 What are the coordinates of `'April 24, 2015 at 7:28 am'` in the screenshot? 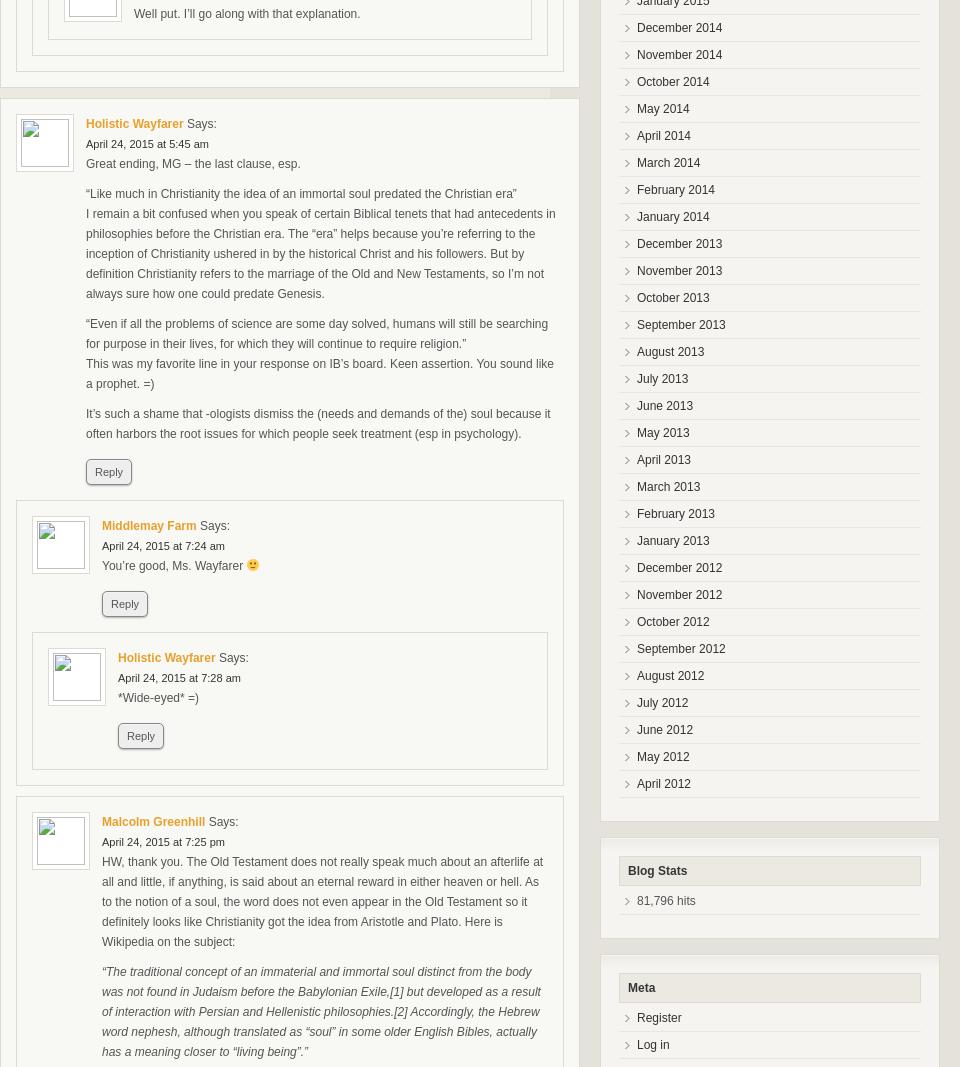 It's located at (178, 677).